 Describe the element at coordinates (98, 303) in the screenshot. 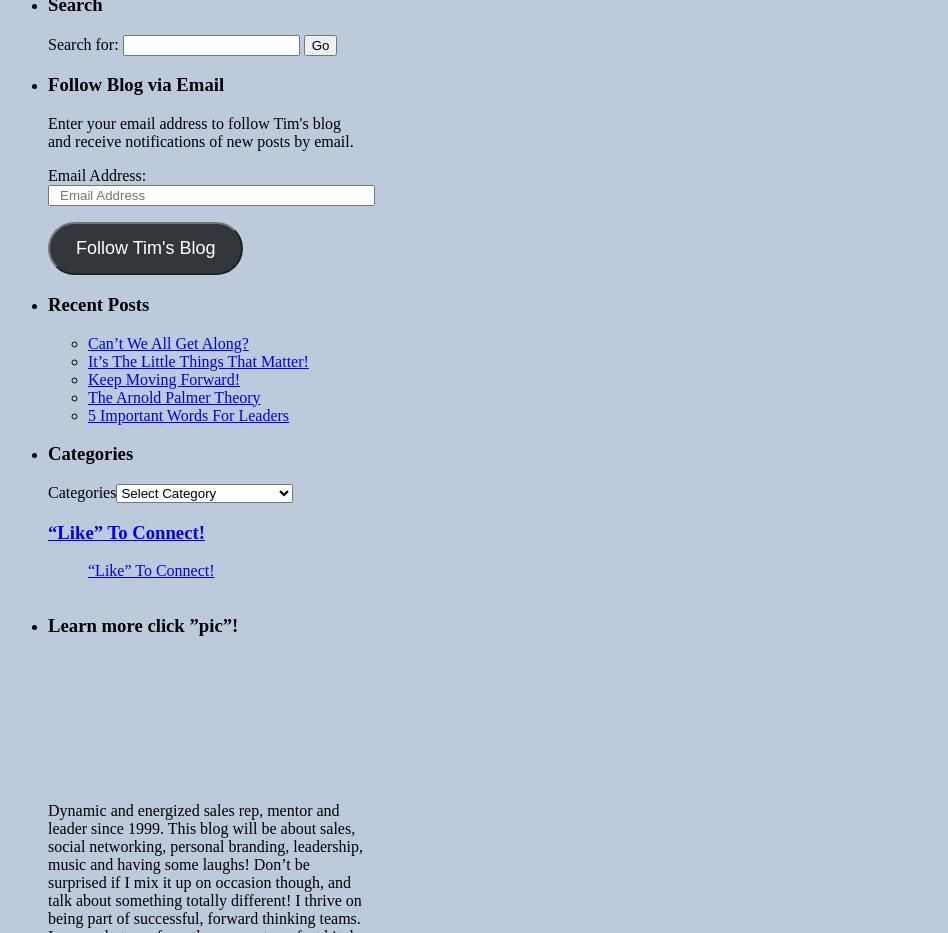

I see `'Recent Posts'` at that location.